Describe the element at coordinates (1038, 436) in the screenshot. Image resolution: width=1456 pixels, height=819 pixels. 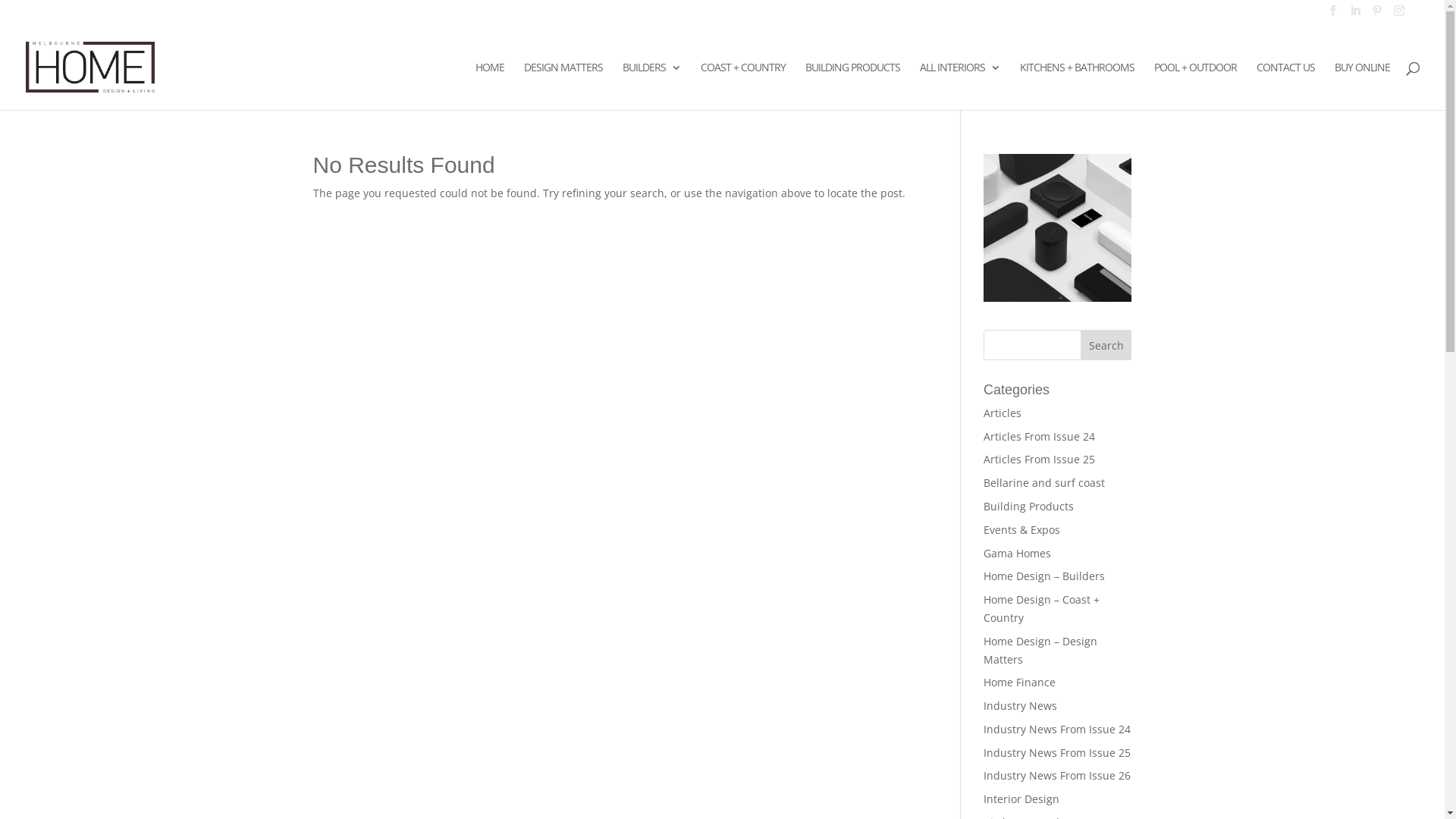
I see `'Articles From Issue 24'` at that location.